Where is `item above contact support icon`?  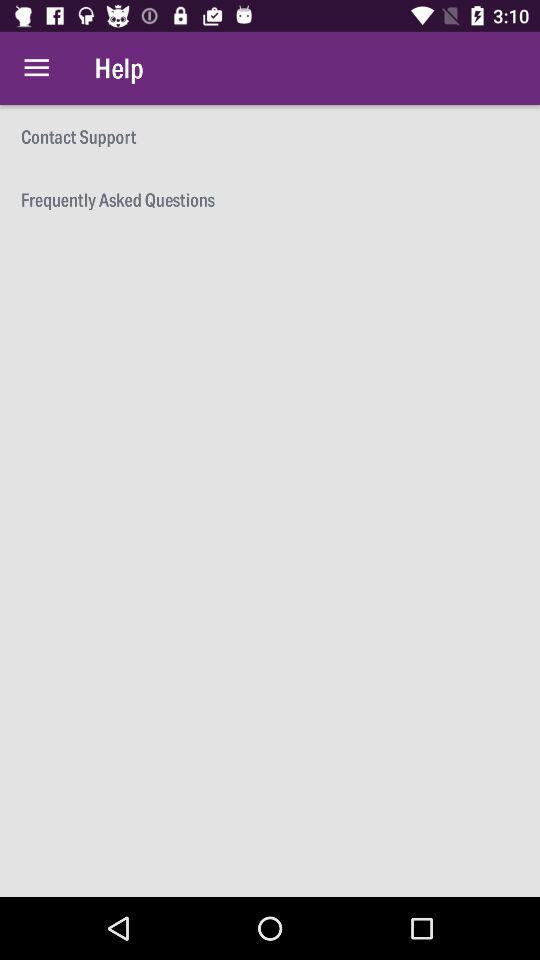
item above contact support icon is located at coordinates (36, 68).